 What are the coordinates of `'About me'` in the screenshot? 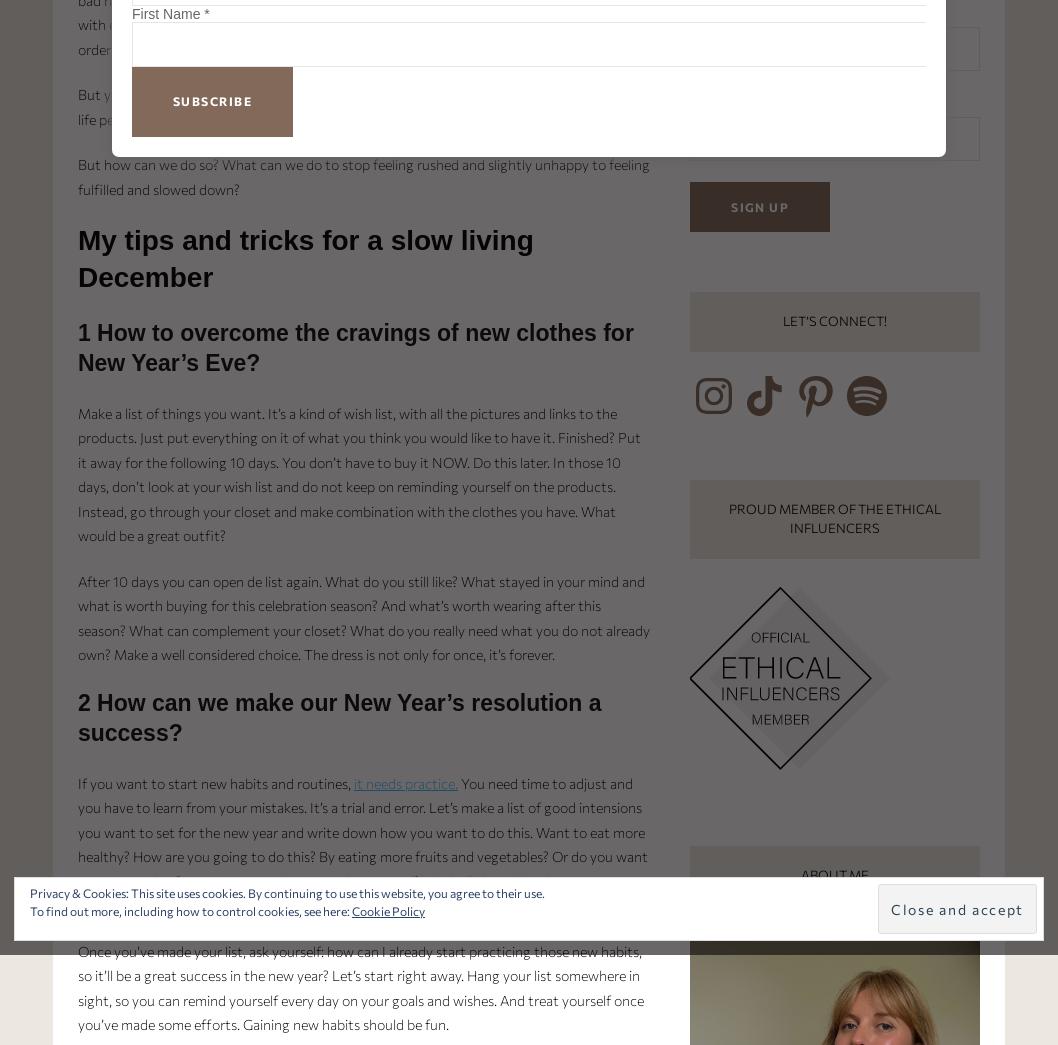 It's located at (833, 874).